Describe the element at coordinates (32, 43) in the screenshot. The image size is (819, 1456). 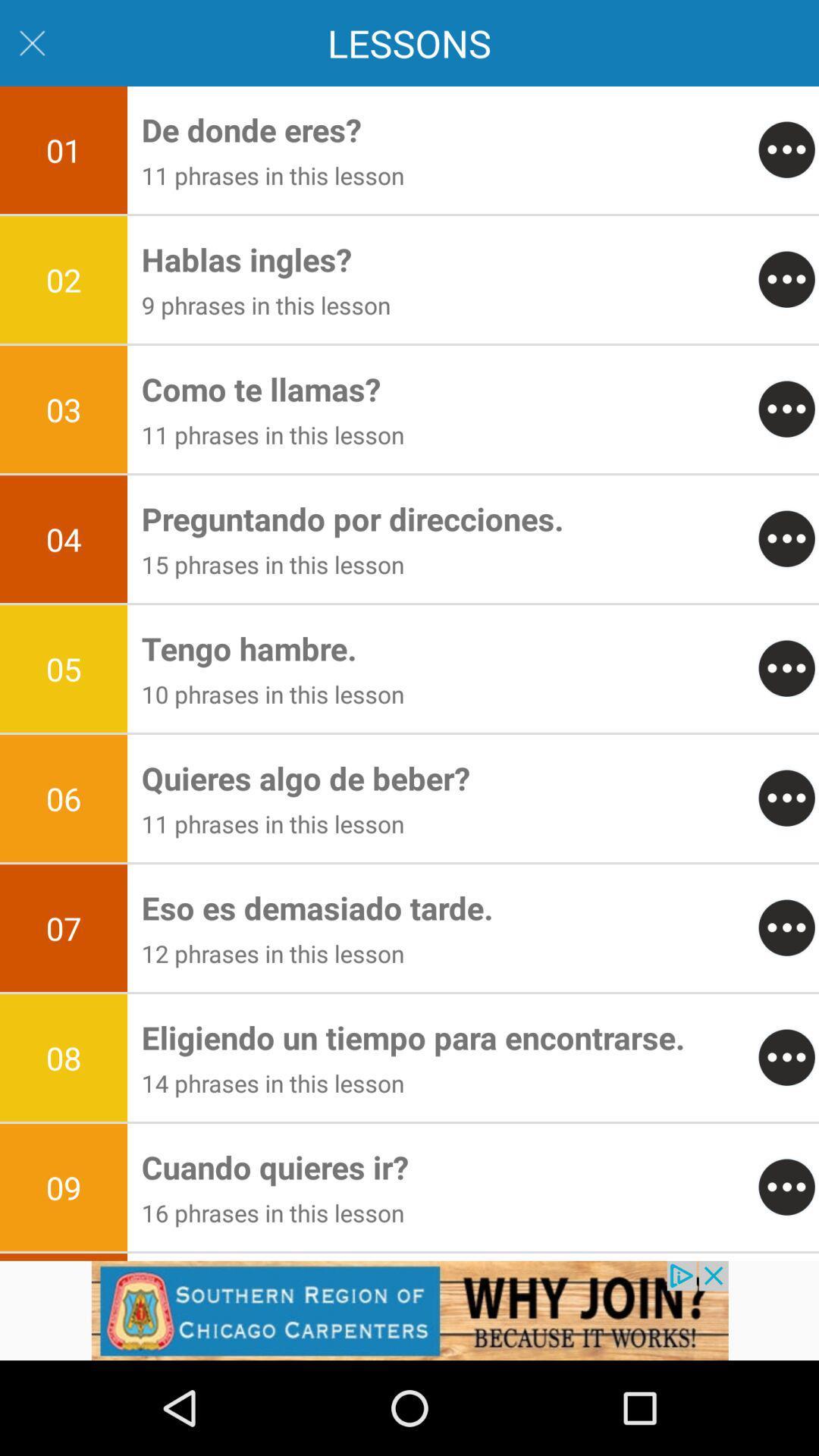
I see `this screen` at that location.